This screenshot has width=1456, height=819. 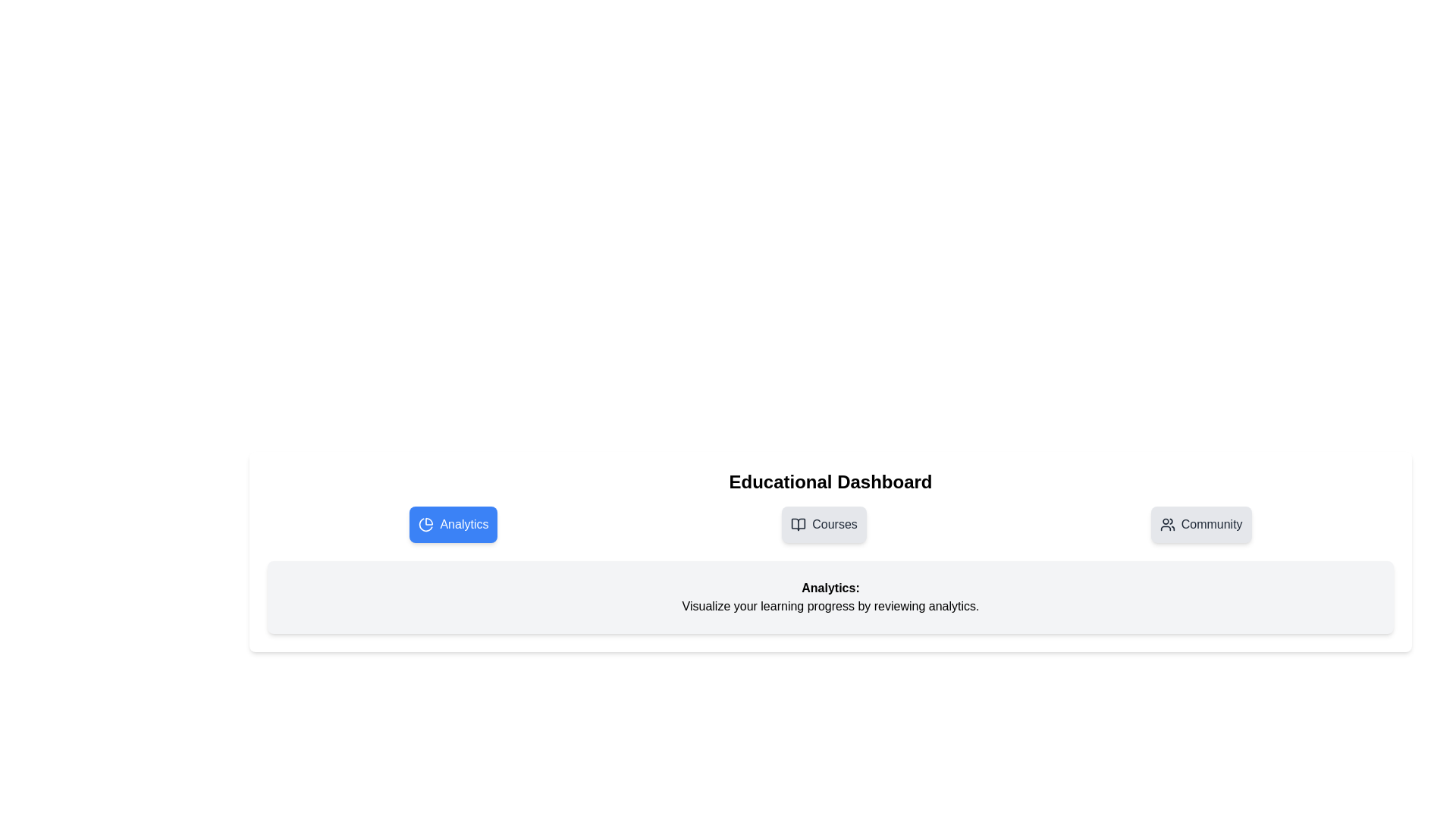 I want to click on the tab button labeled Analytics, so click(x=453, y=523).